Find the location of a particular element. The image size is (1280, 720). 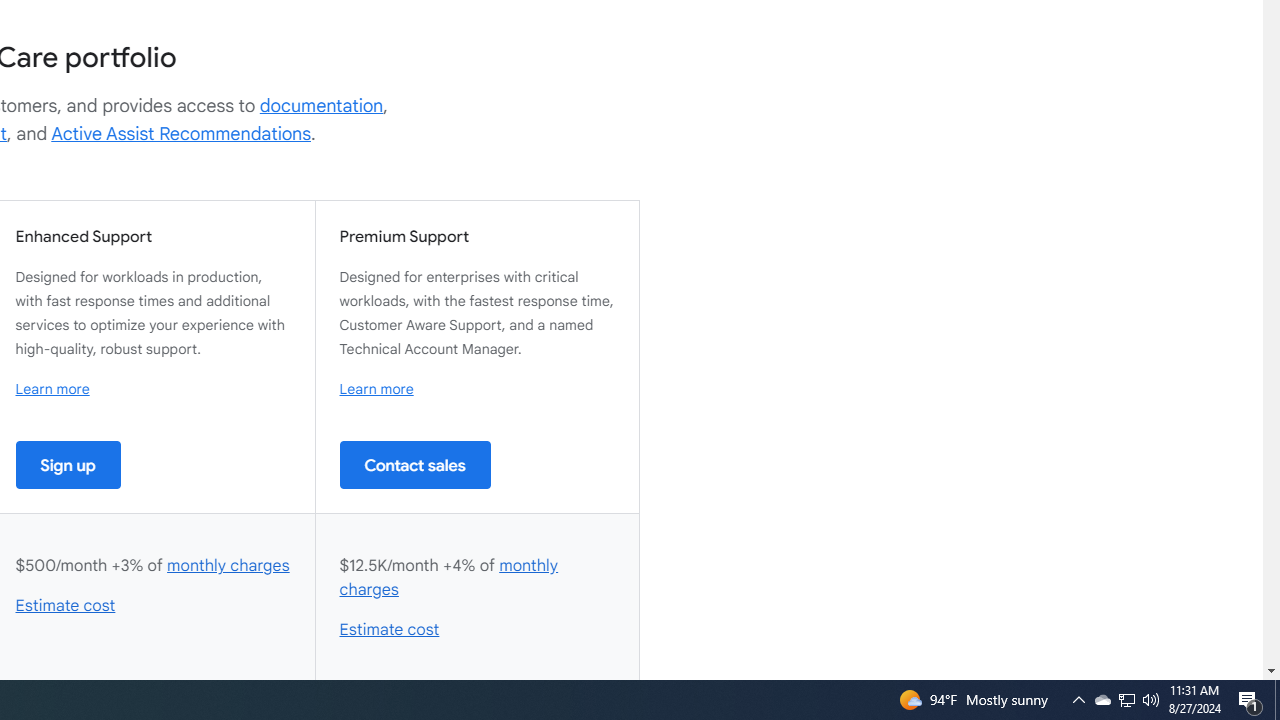

'documentation' is located at coordinates (321, 105).